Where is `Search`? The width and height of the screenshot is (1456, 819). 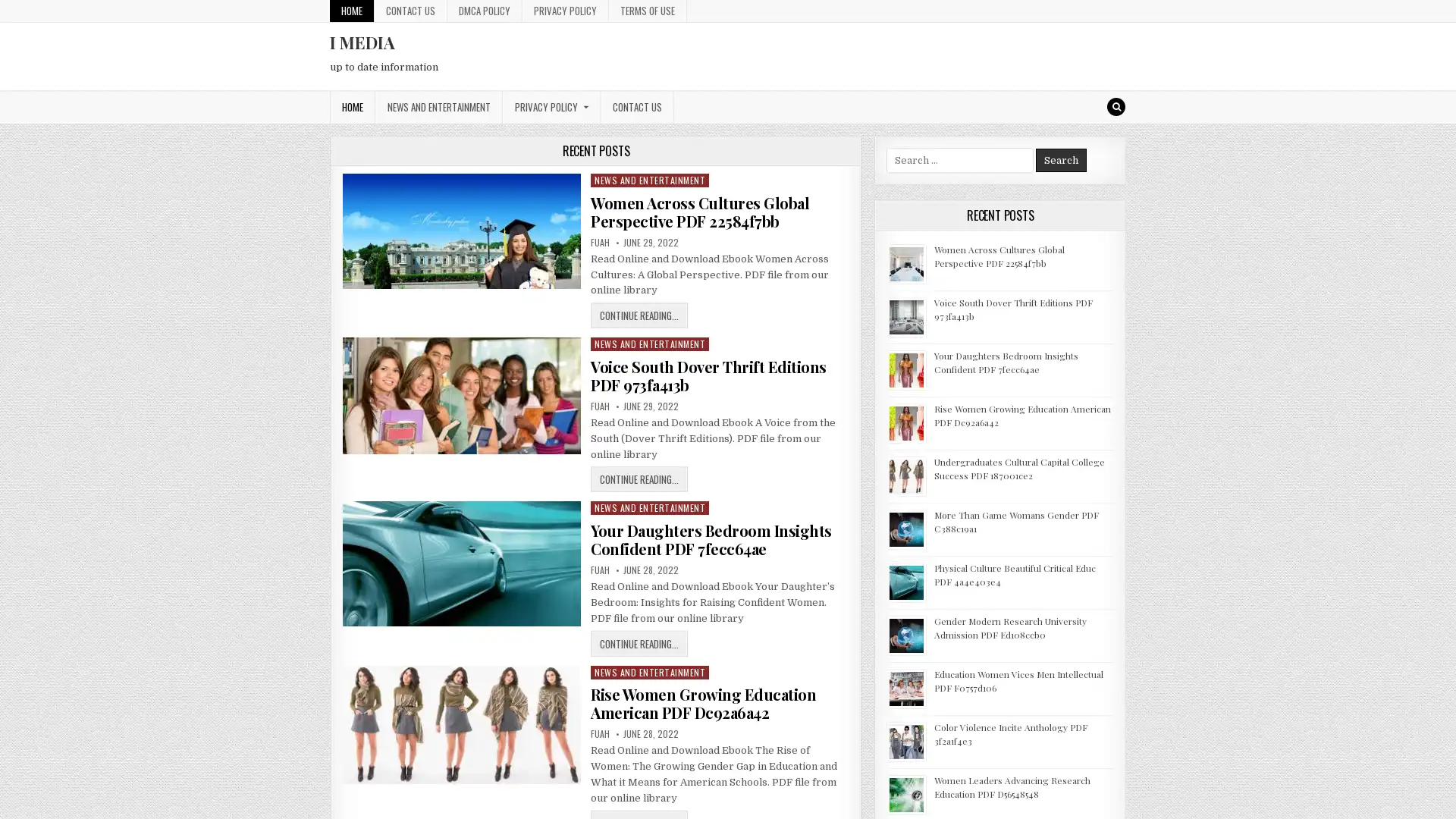 Search is located at coordinates (1060, 160).